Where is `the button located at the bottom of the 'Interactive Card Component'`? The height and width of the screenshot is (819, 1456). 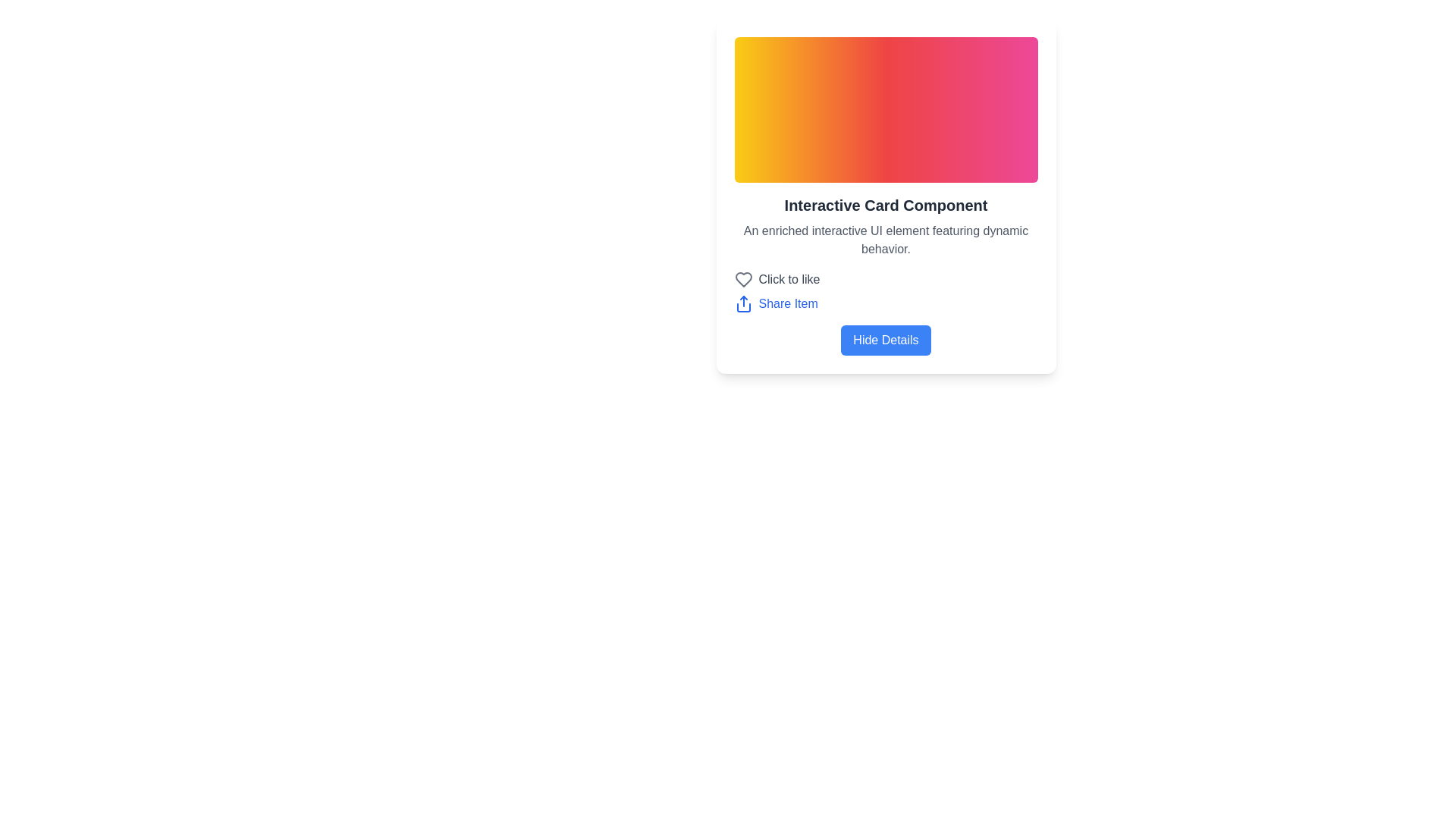
the button located at the bottom of the 'Interactive Card Component' is located at coordinates (886, 339).